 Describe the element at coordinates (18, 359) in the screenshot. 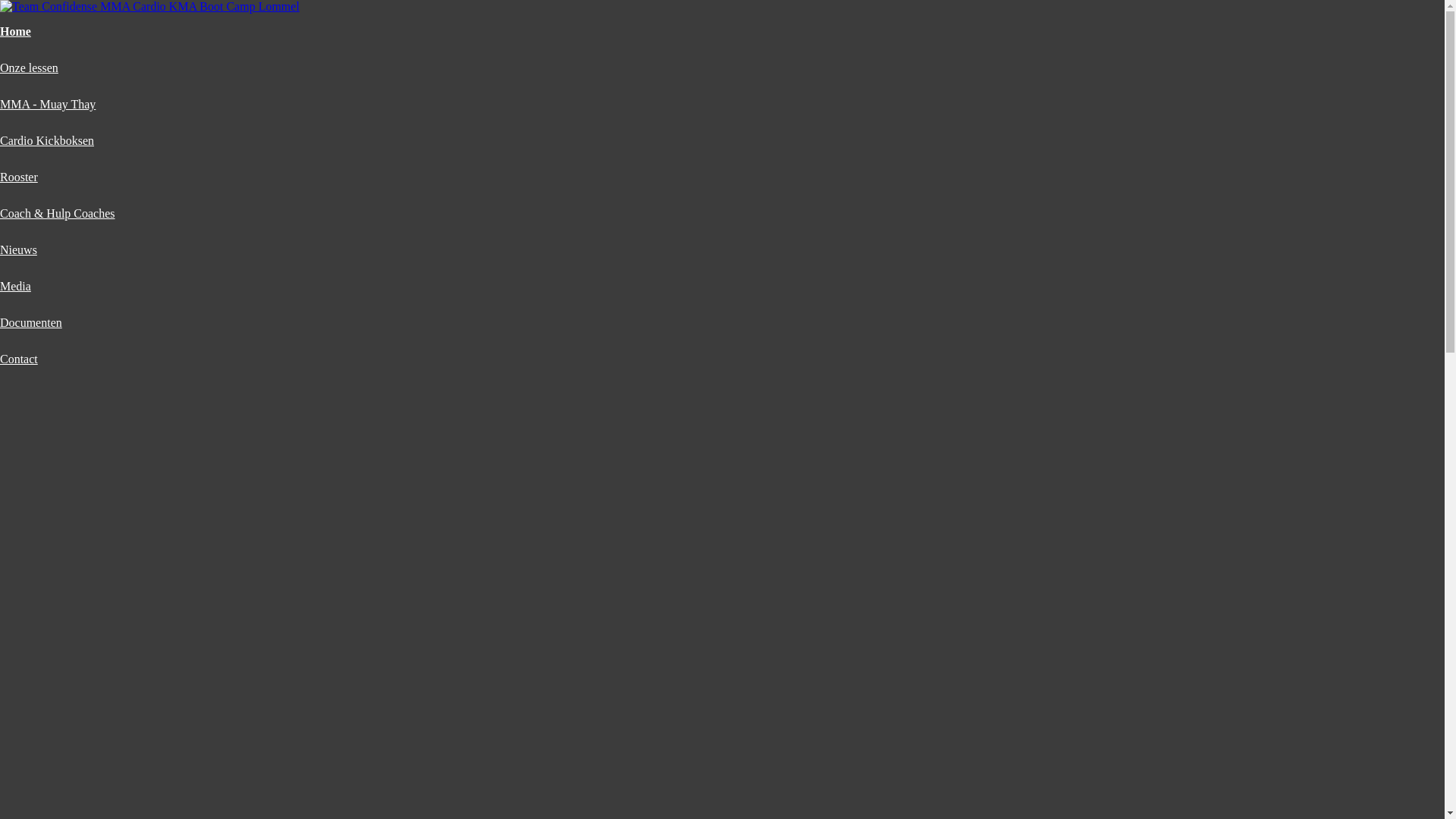

I see `'Contact'` at that location.